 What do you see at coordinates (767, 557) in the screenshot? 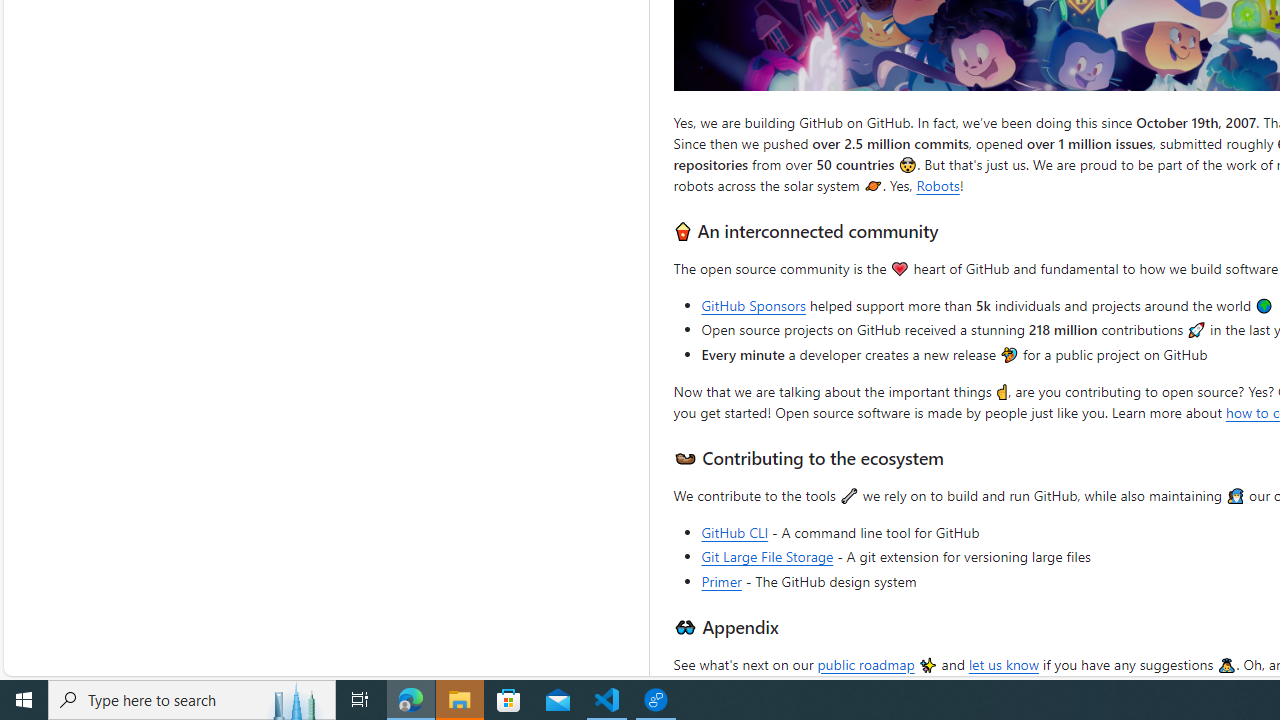
I see `'Git Large File Storage'` at bounding box center [767, 557].